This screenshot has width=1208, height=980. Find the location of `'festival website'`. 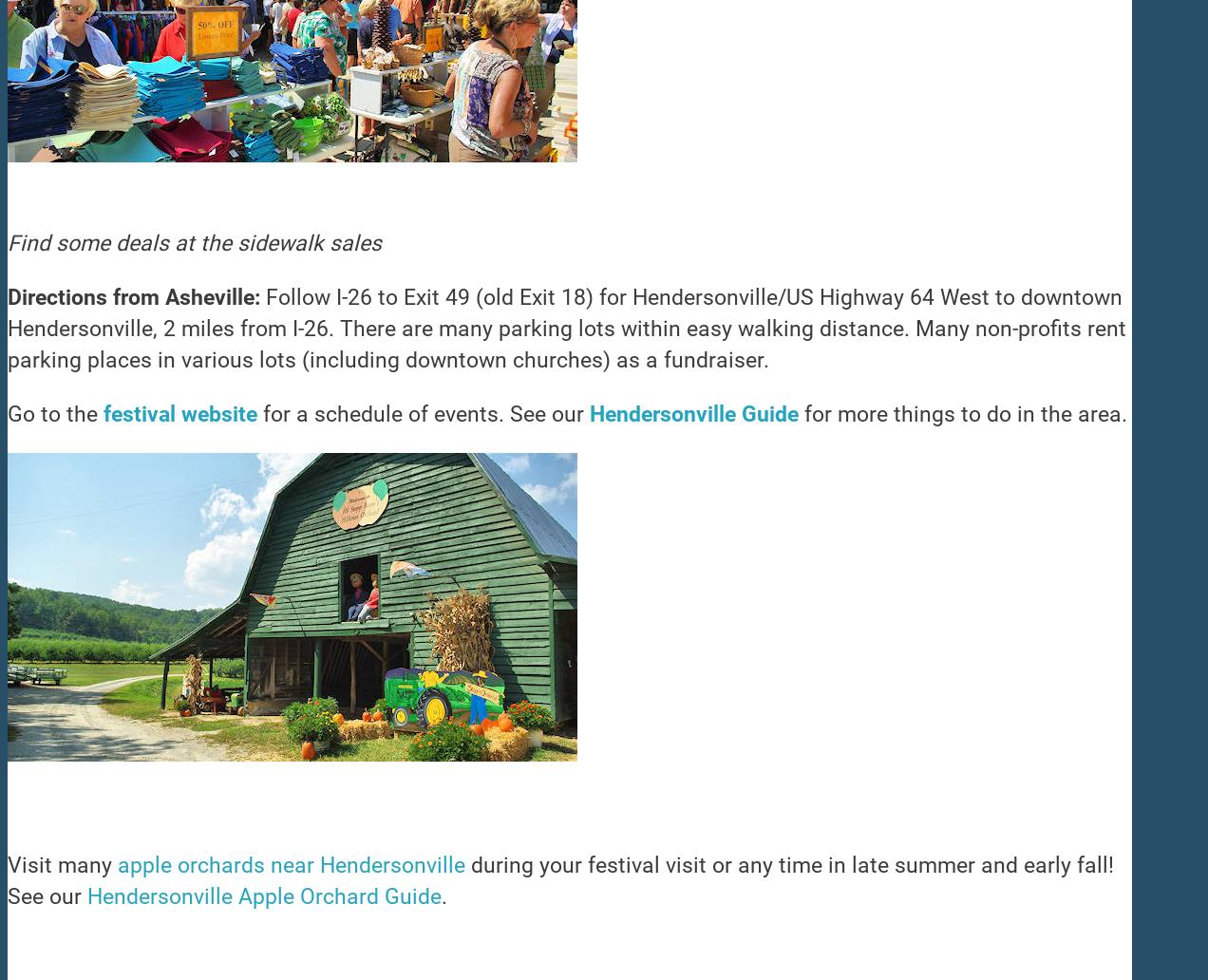

'festival website' is located at coordinates (180, 413).